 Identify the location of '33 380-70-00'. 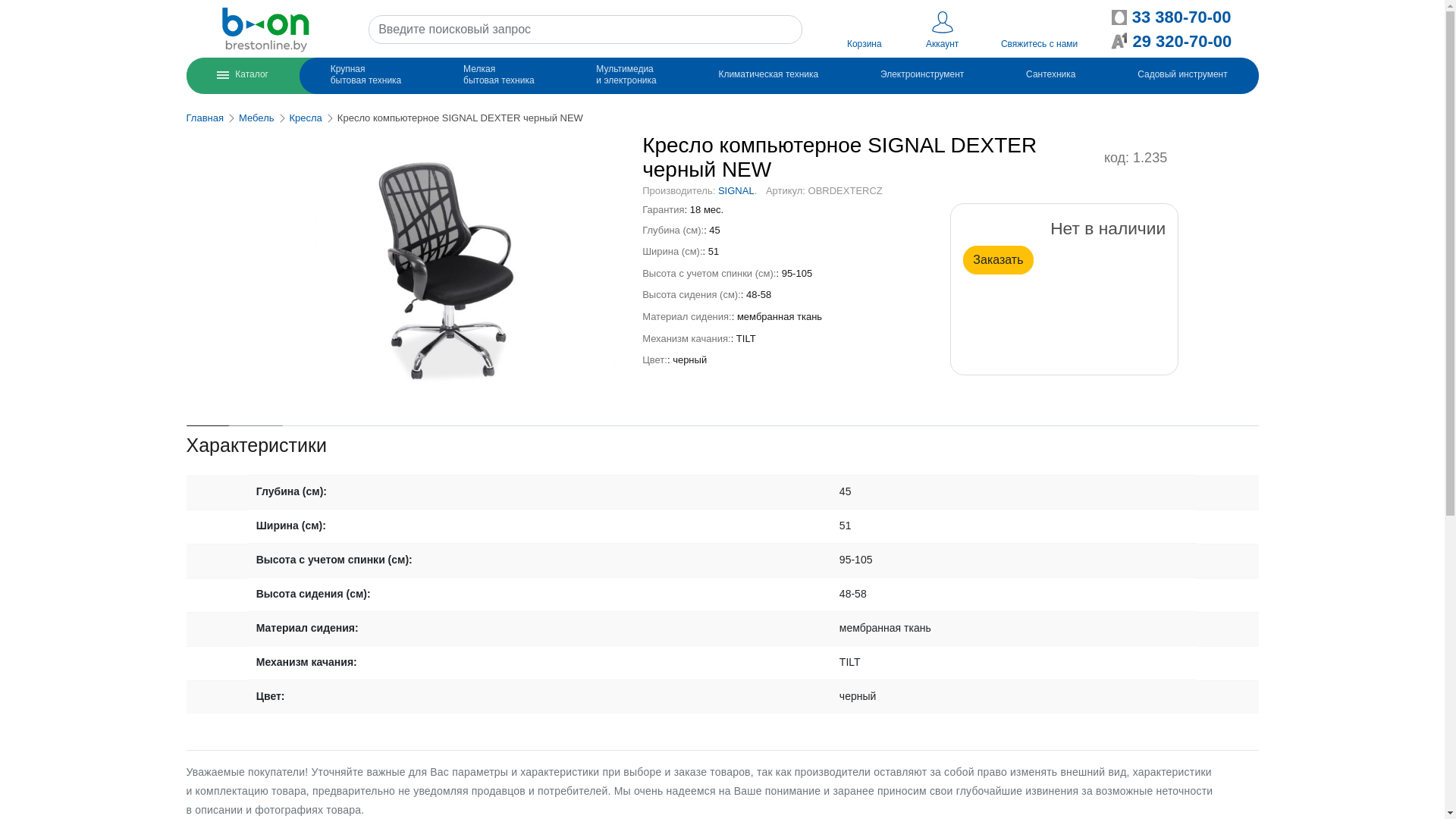
(1111, 17).